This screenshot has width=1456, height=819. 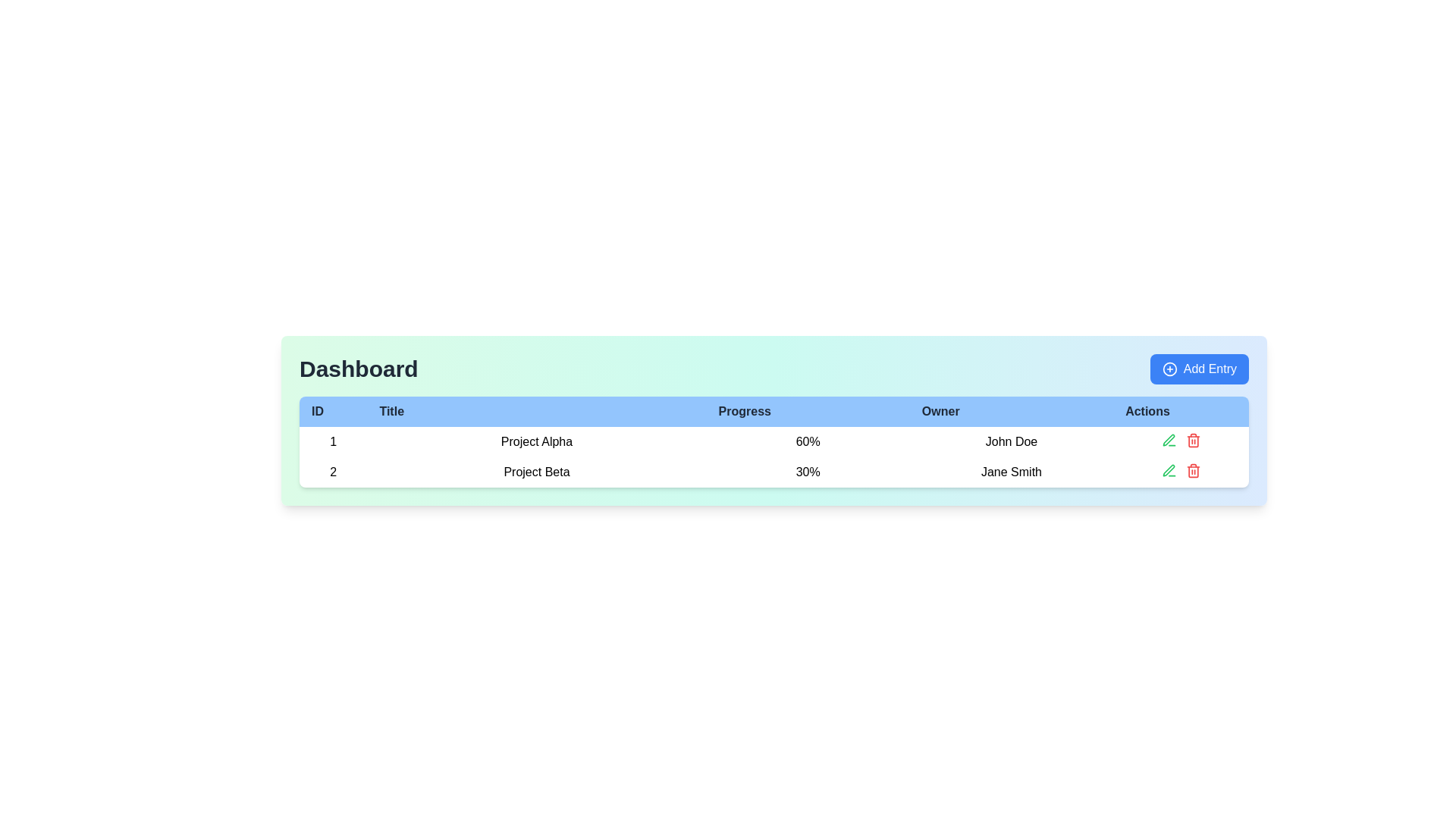 What do you see at coordinates (536, 441) in the screenshot?
I see `text of the title 'Project Alpha' located in the second column of the first row of the table under the 'Title' header` at bounding box center [536, 441].